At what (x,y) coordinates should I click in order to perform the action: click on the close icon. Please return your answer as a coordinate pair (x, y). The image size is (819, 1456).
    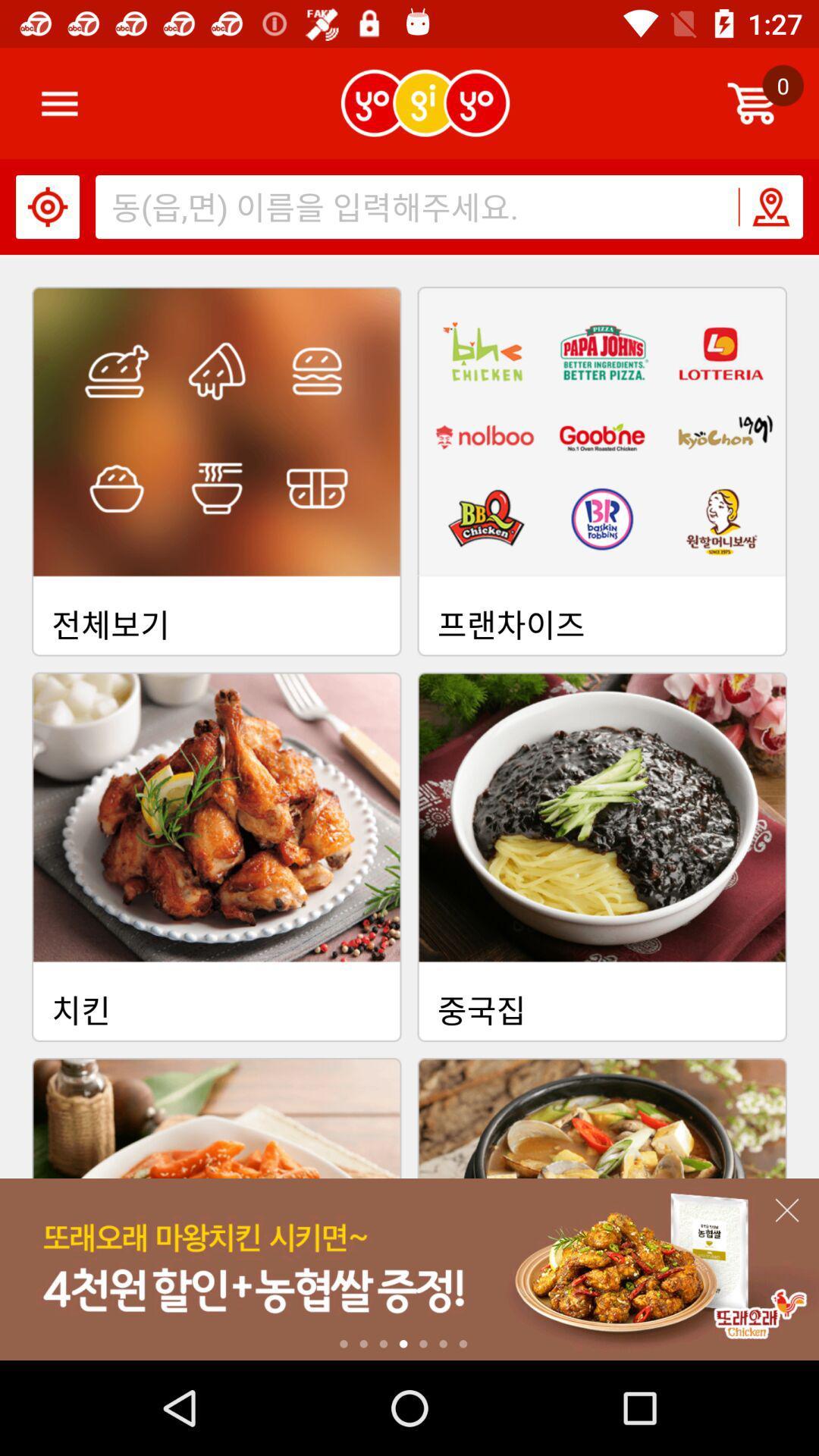
    Looking at the image, I should click on (786, 1210).